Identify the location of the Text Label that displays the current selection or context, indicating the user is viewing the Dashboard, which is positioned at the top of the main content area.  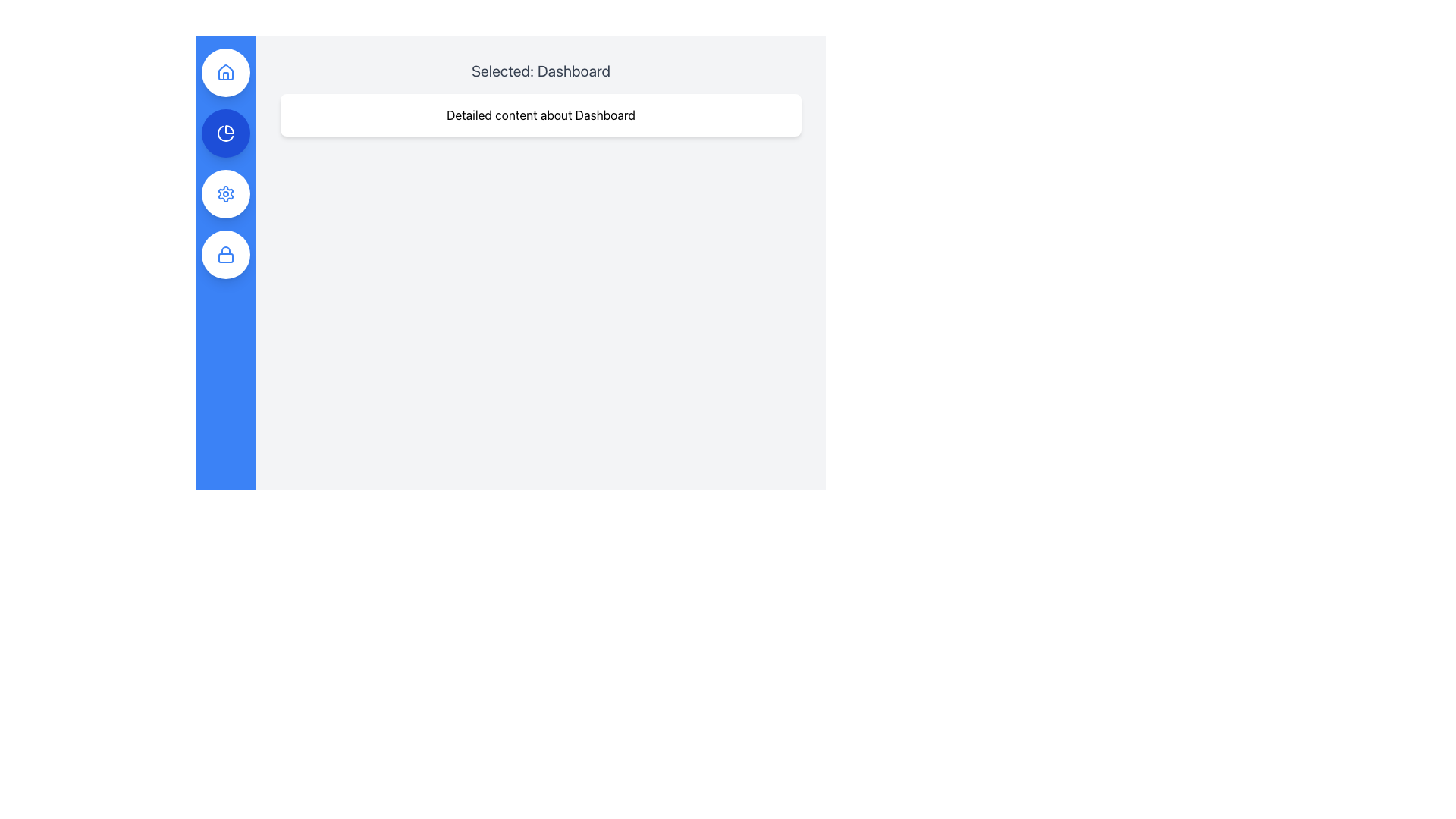
(541, 71).